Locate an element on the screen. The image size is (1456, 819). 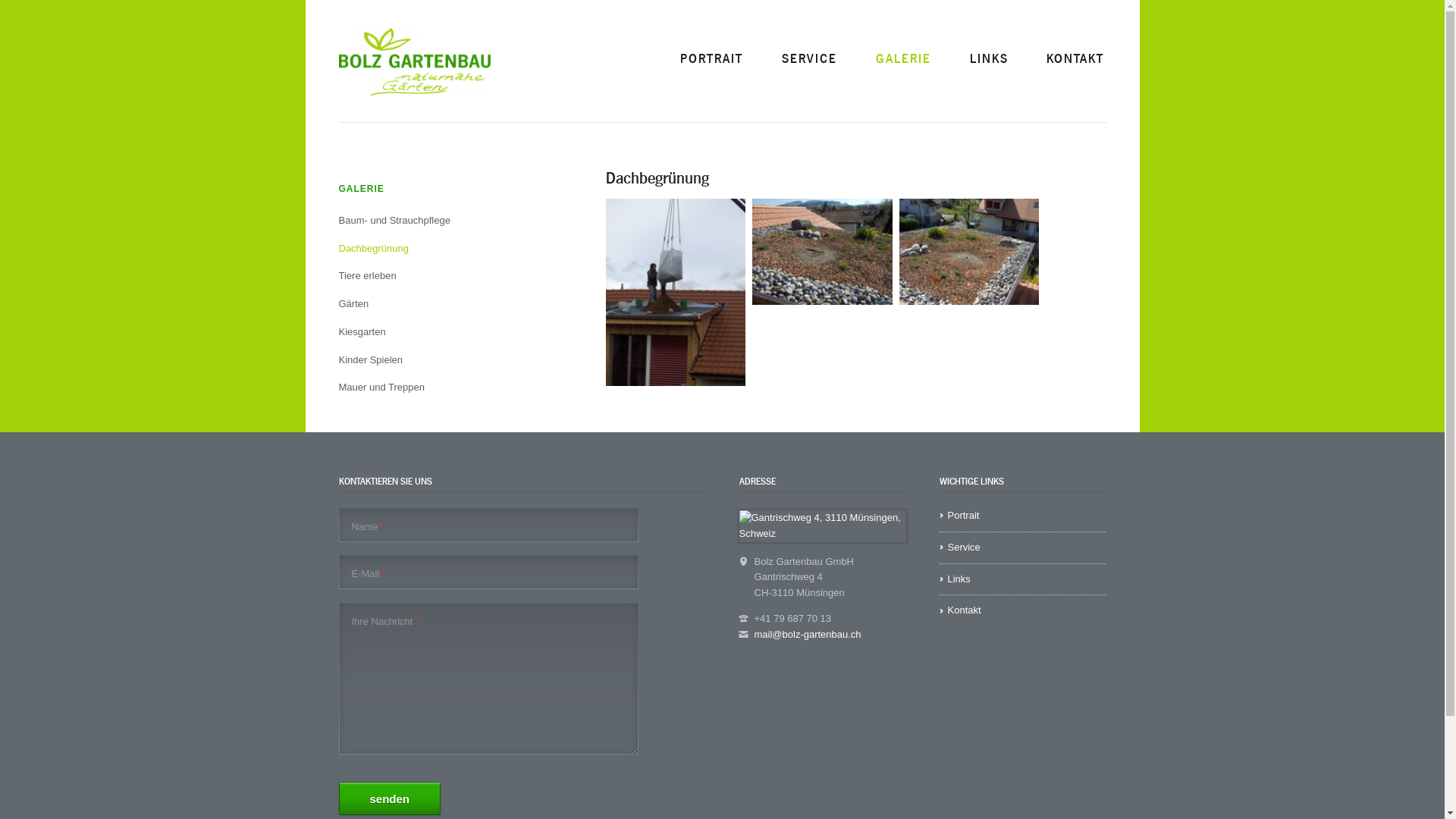
'Kontakt' is located at coordinates (1022, 610).